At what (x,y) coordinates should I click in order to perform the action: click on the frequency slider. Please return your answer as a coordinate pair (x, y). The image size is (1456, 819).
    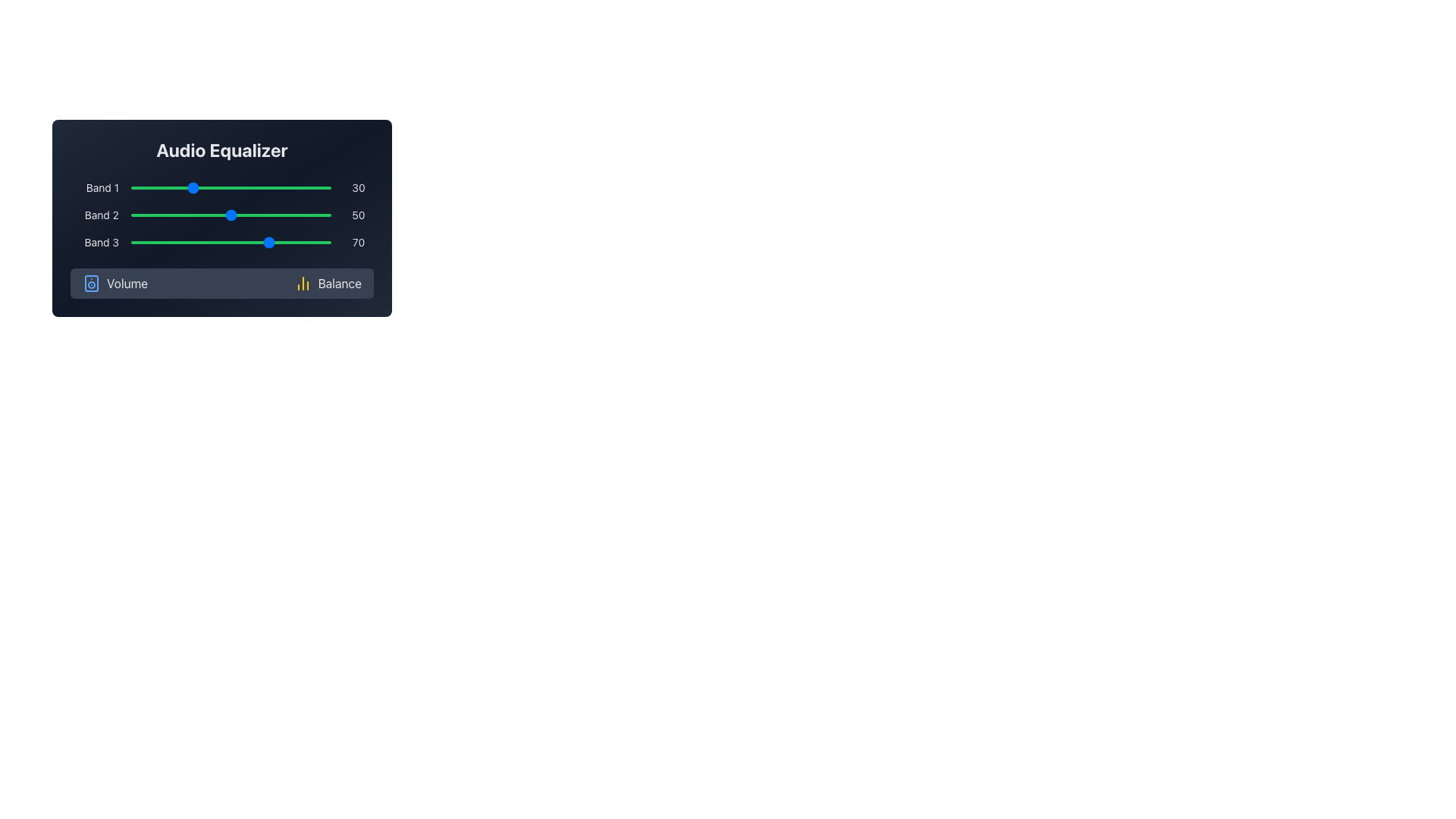
    Looking at the image, I should click on (236, 215).